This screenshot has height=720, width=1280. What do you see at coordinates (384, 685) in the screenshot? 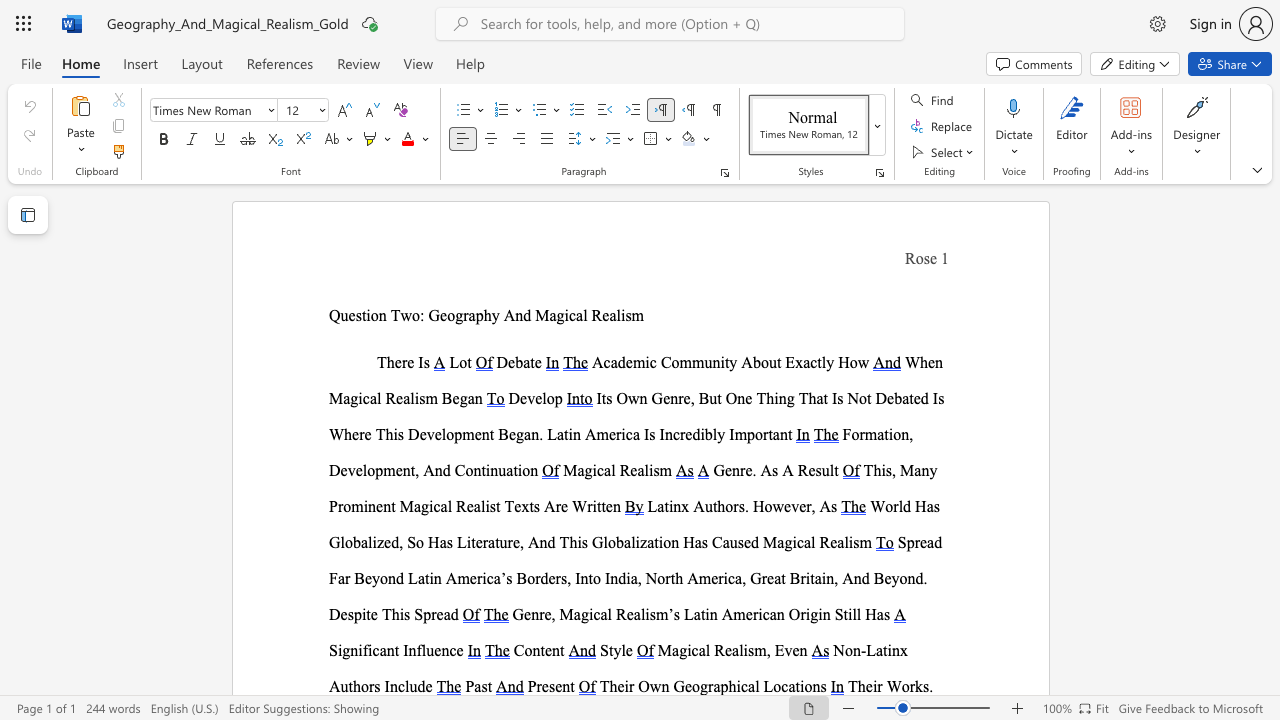
I see `the subset text "Includ" within the text "Non-Latinx Authors Include"` at bounding box center [384, 685].